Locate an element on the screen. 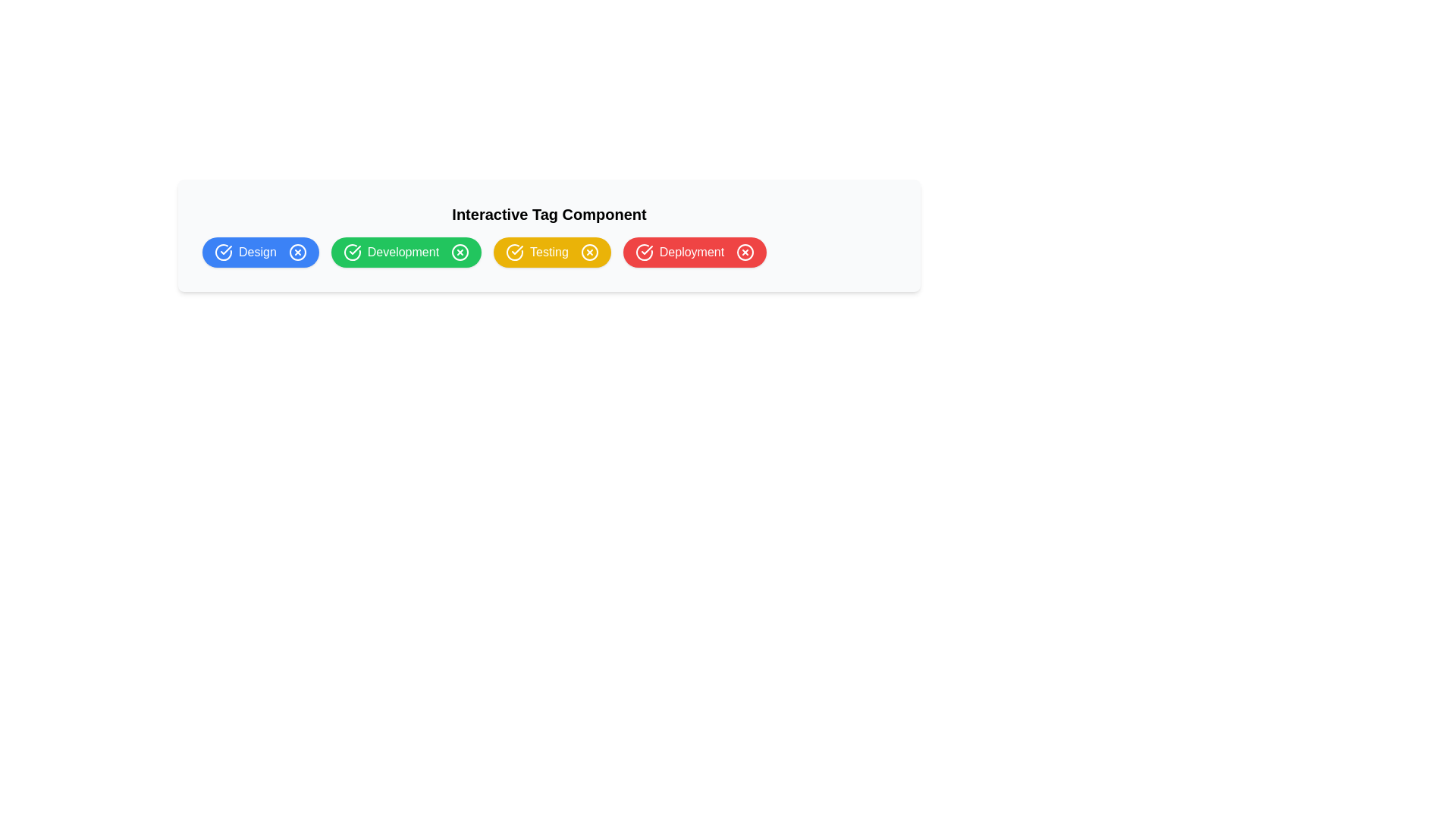  the yellow rounded rectangular button labeled 'Testing', which features a checkmark icon on the left and a close icon on the right, positioned between the 'Development' and 'Deployment' buttons is located at coordinates (551, 251).